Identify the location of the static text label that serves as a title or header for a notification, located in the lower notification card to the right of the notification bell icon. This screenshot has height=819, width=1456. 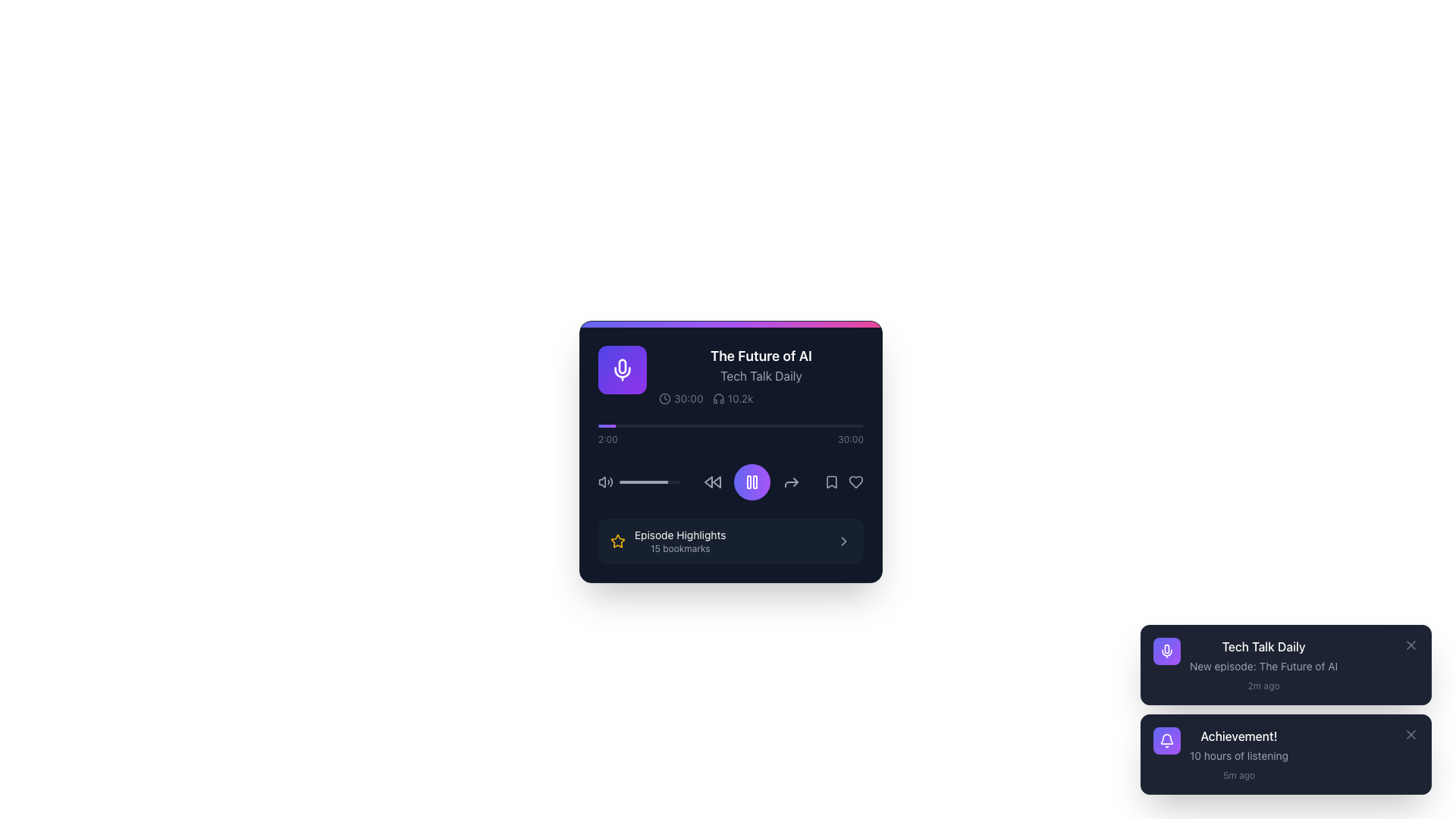
(1239, 736).